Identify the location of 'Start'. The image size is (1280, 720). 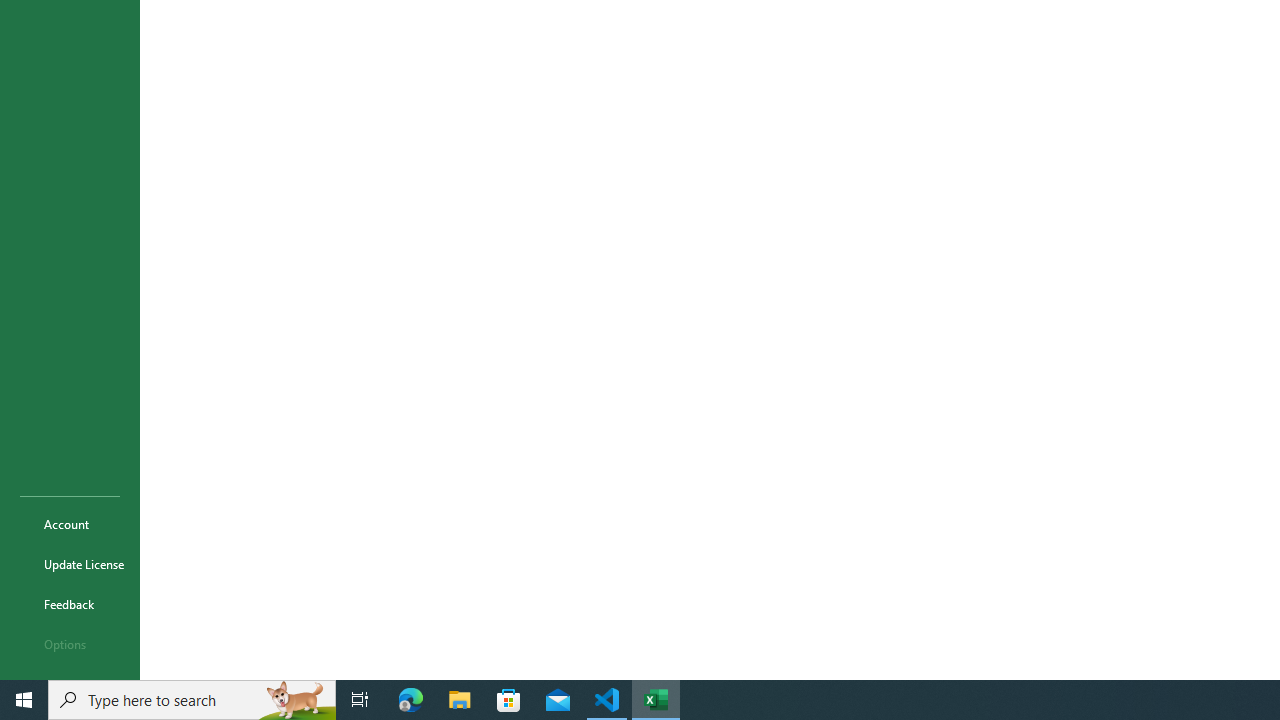
(24, 698).